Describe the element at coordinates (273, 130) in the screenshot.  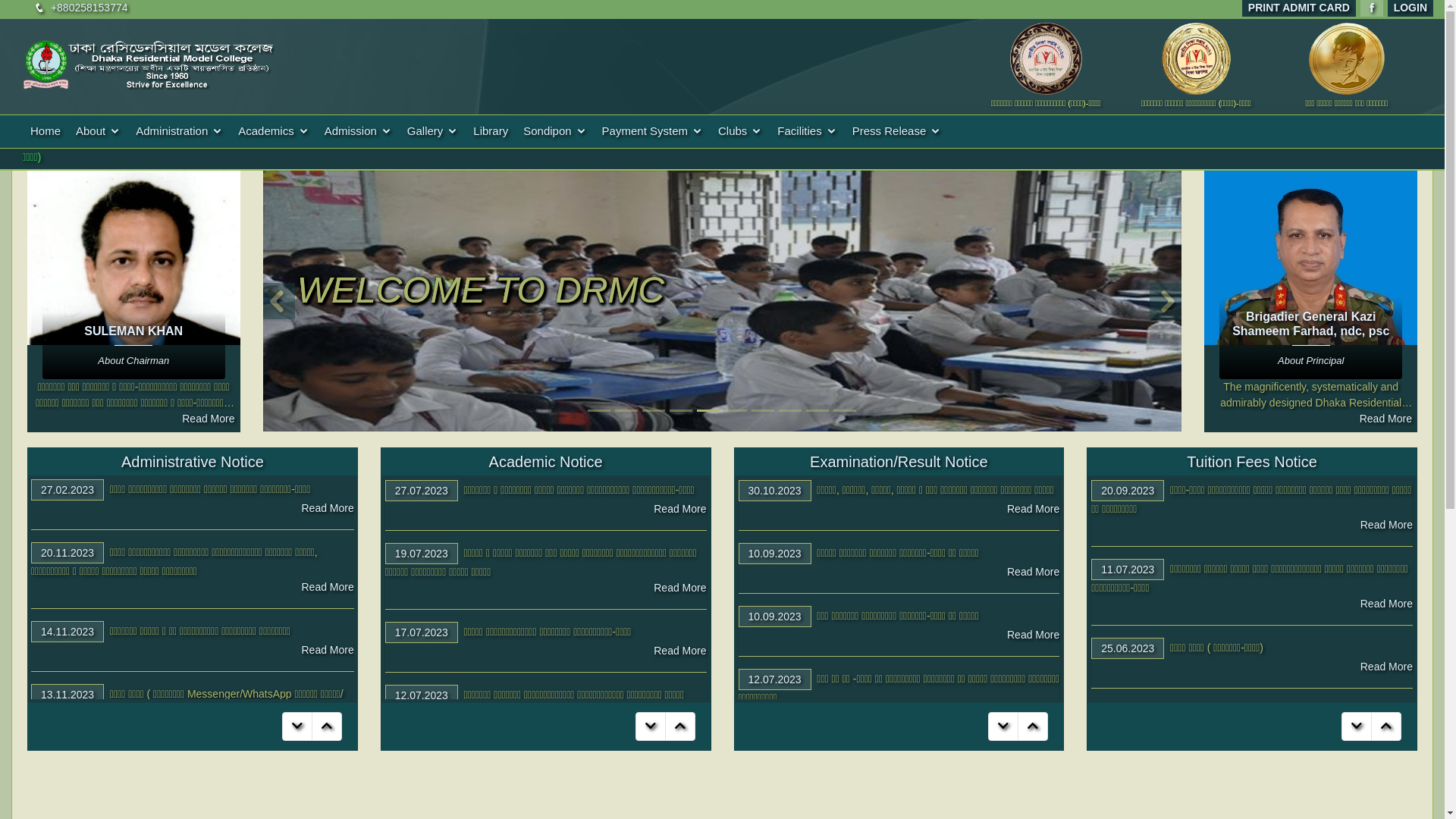
I see `'Academics'` at that location.